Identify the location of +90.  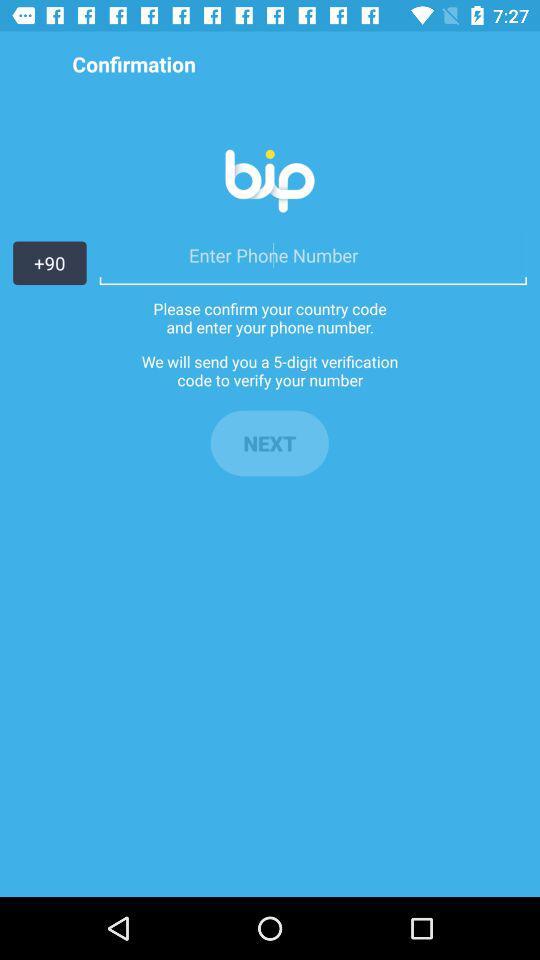
(49, 262).